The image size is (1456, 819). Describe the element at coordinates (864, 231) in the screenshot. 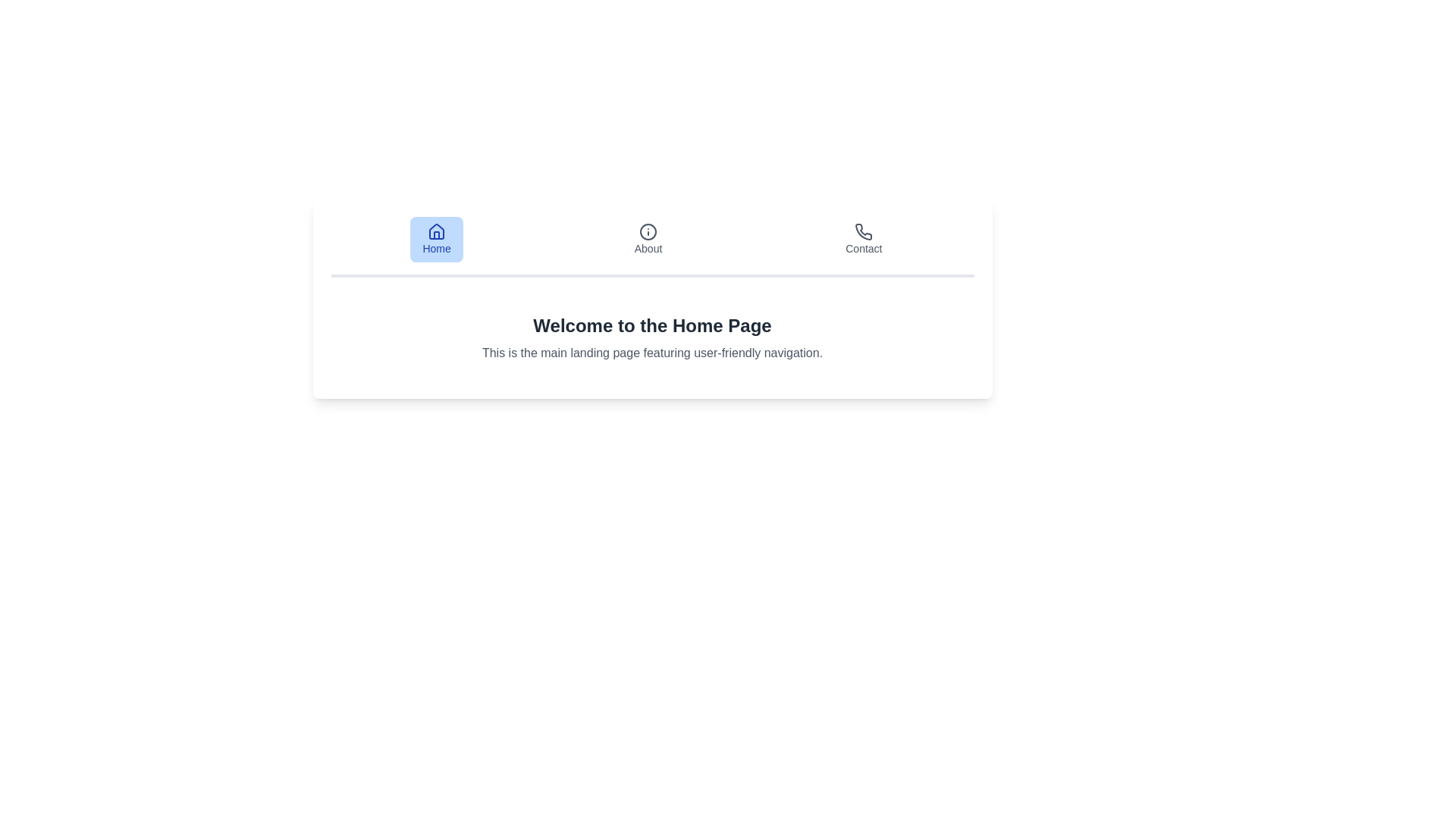

I see `the icon associated with the Contact tab` at that location.